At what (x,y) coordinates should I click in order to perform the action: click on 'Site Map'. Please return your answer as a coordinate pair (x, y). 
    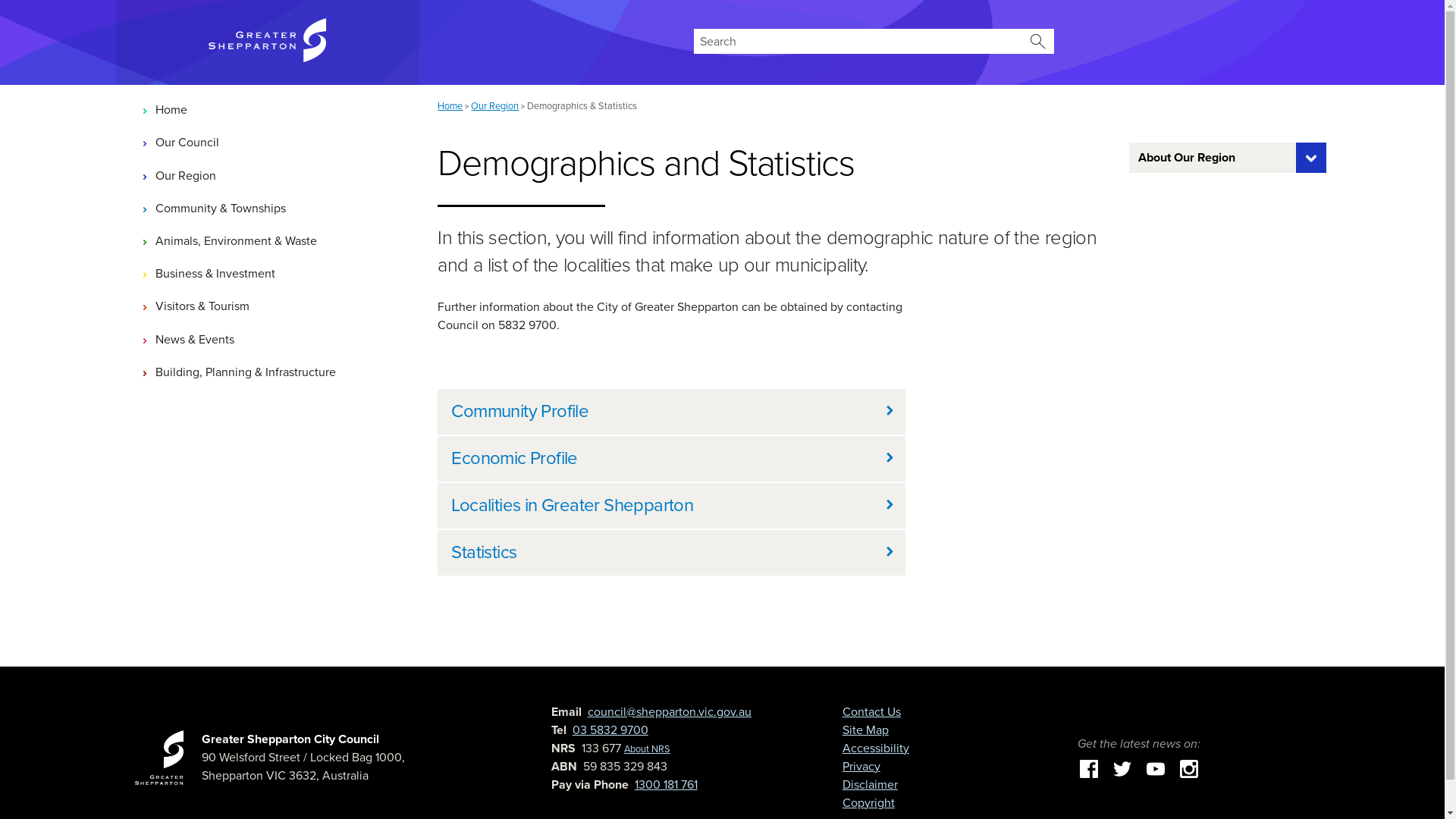
    Looking at the image, I should click on (865, 730).